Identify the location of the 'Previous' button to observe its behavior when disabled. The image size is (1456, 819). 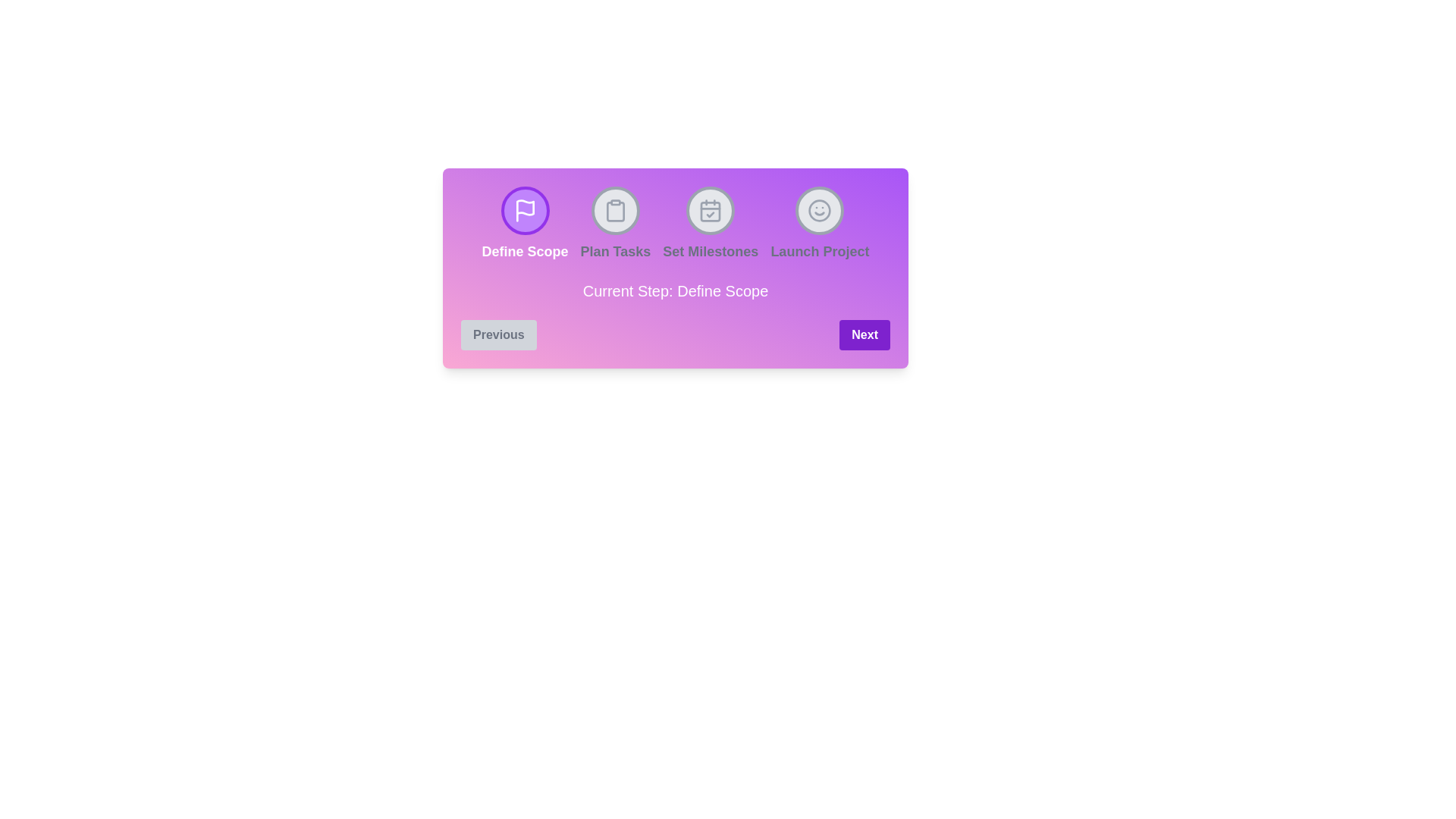
(498, 334).